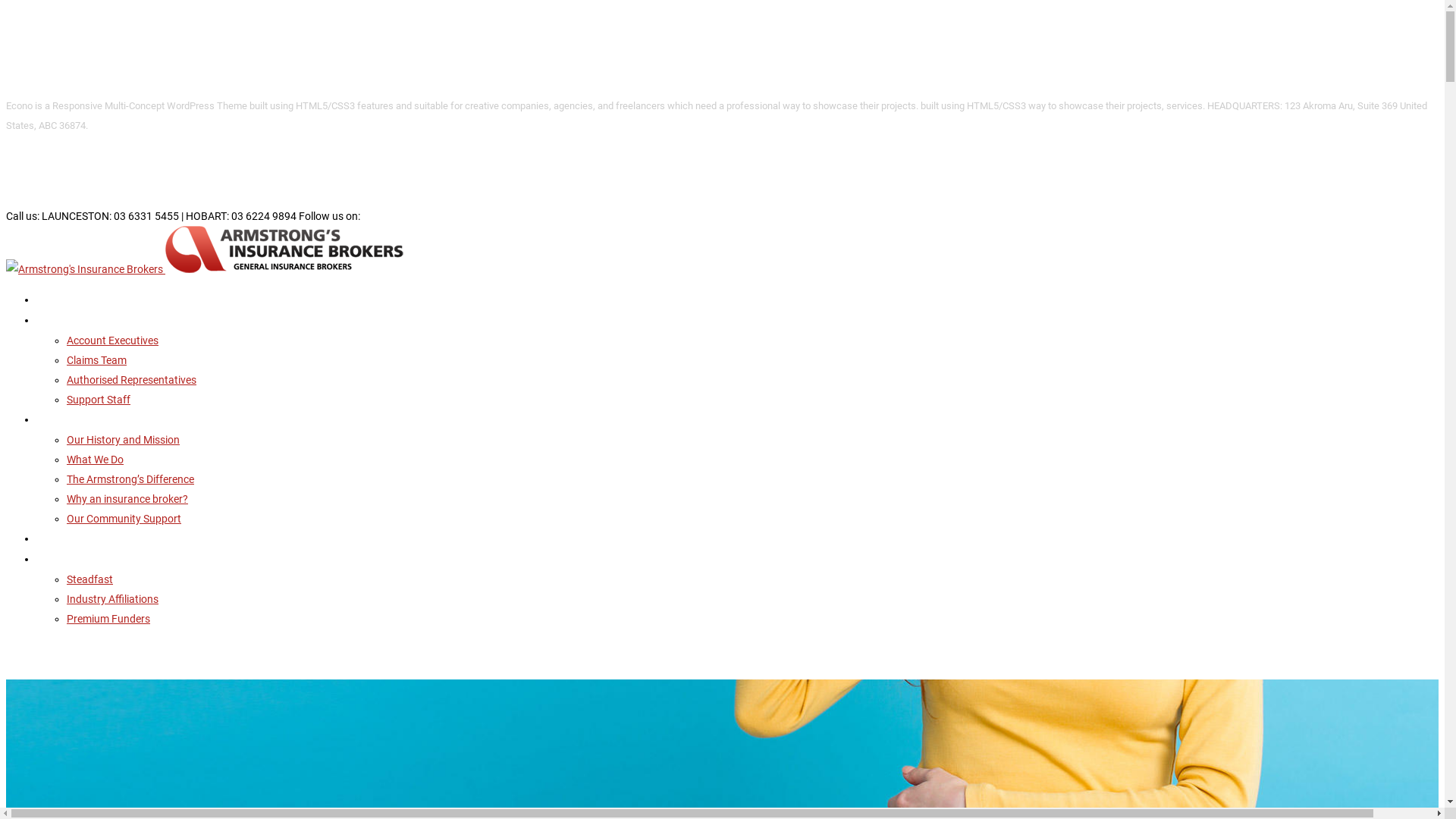 This screenshot has width=1456, height=819. What do you see at coordinates (36, 419) in the screenshot?
I see `'ABOUT US'` at bounding box center [36, 419].